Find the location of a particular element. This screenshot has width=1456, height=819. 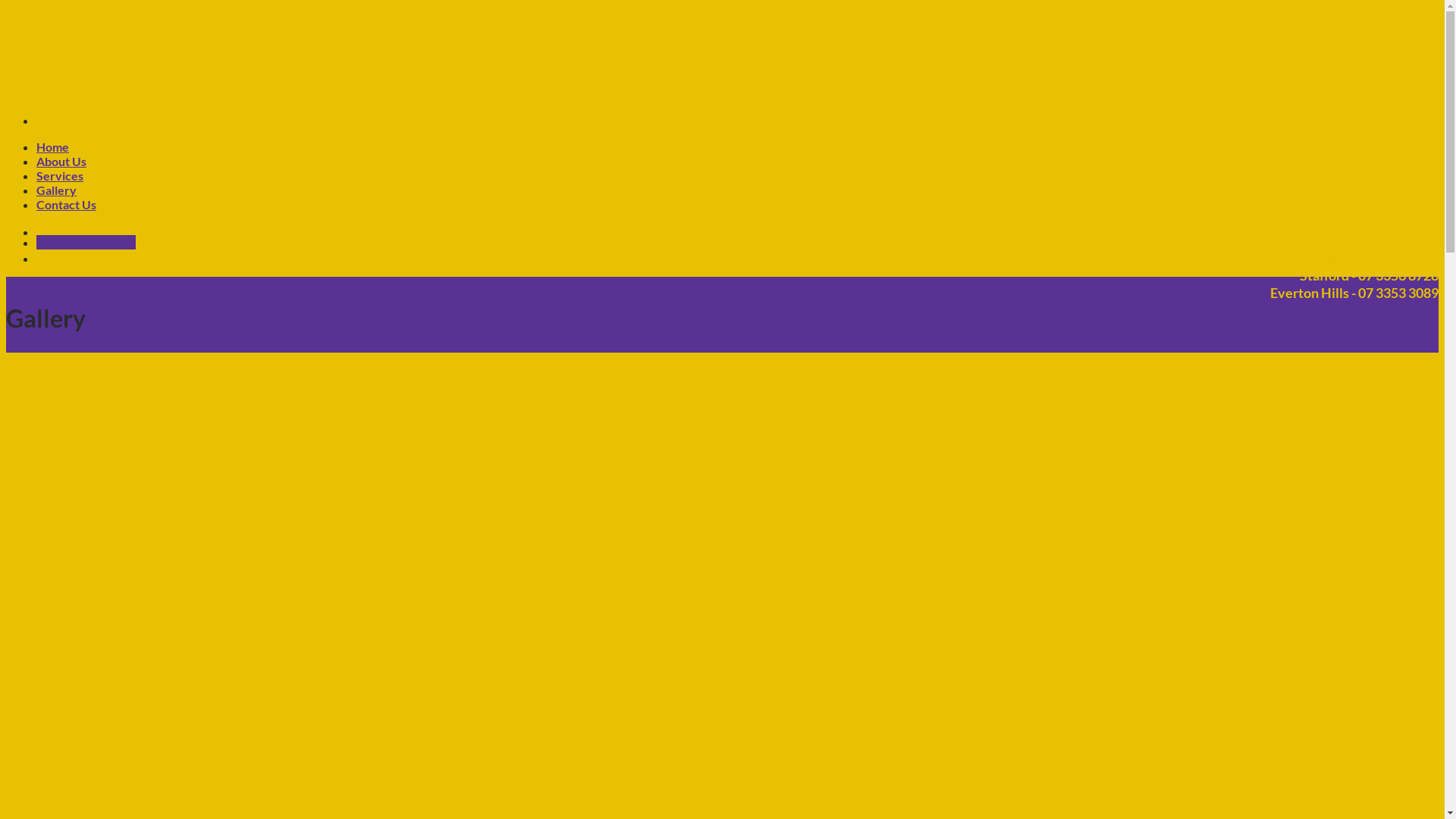

'Stafford - 07 3356 8728' is located at coordinates (1358, 275).